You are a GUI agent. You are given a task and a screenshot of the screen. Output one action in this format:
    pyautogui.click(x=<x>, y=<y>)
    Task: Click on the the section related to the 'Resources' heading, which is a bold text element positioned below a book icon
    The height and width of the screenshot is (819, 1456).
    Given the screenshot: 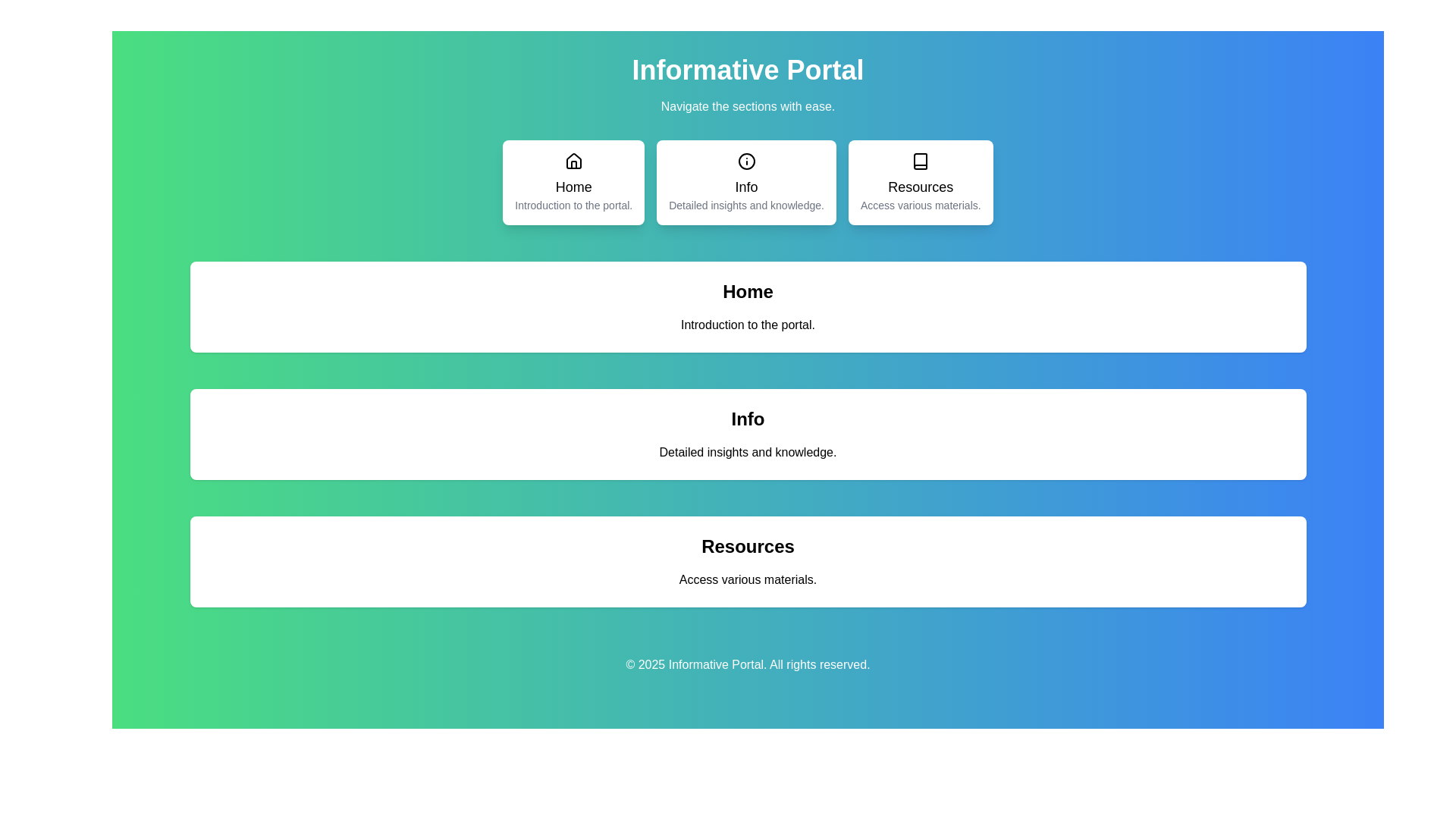 What is the action you would take?
    pyautogui.click(x=920, y=186)
    